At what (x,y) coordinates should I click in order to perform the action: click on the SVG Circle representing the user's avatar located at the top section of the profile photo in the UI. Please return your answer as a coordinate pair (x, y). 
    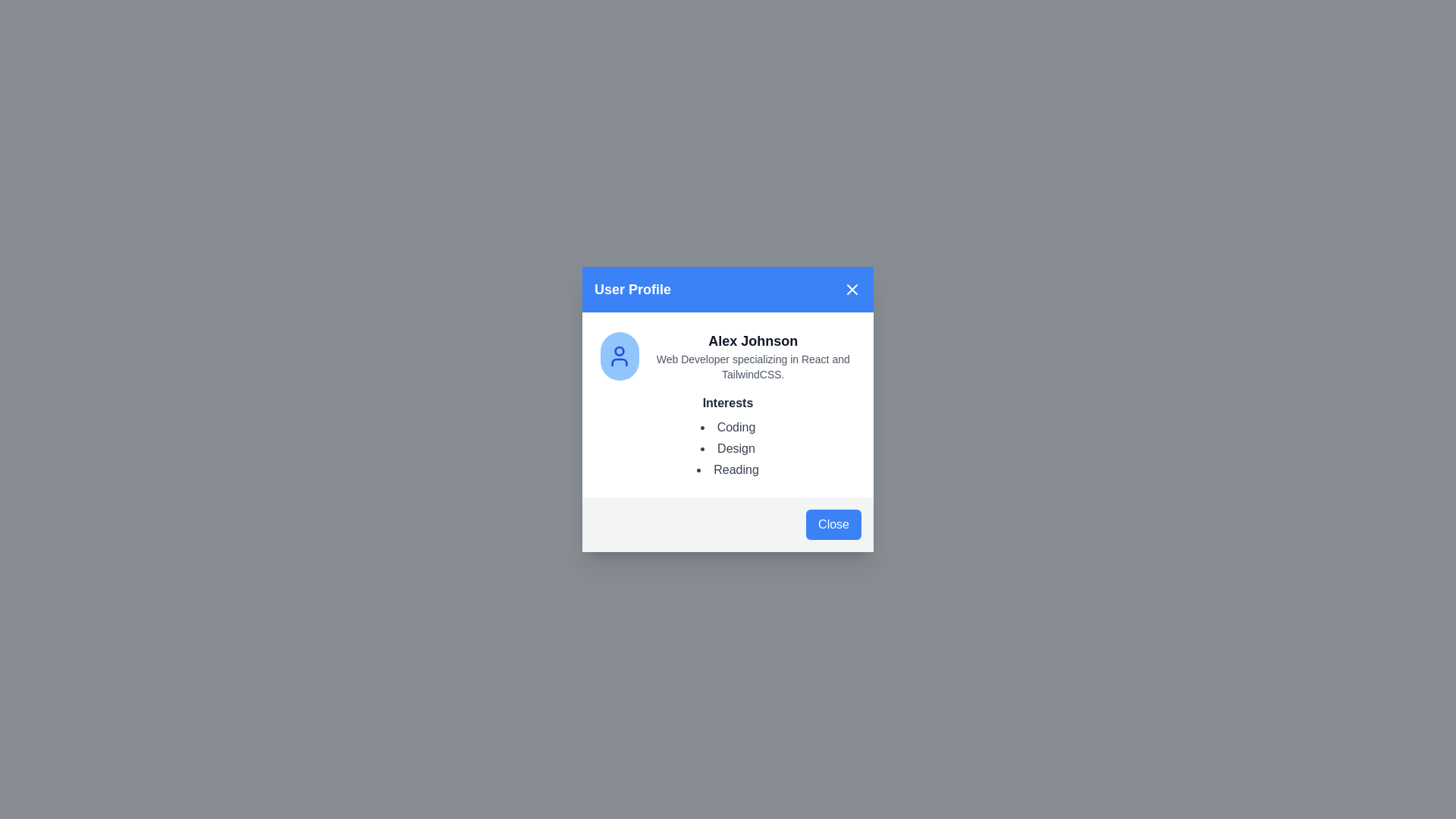
    Looking at the image, I should click on (620, 351).